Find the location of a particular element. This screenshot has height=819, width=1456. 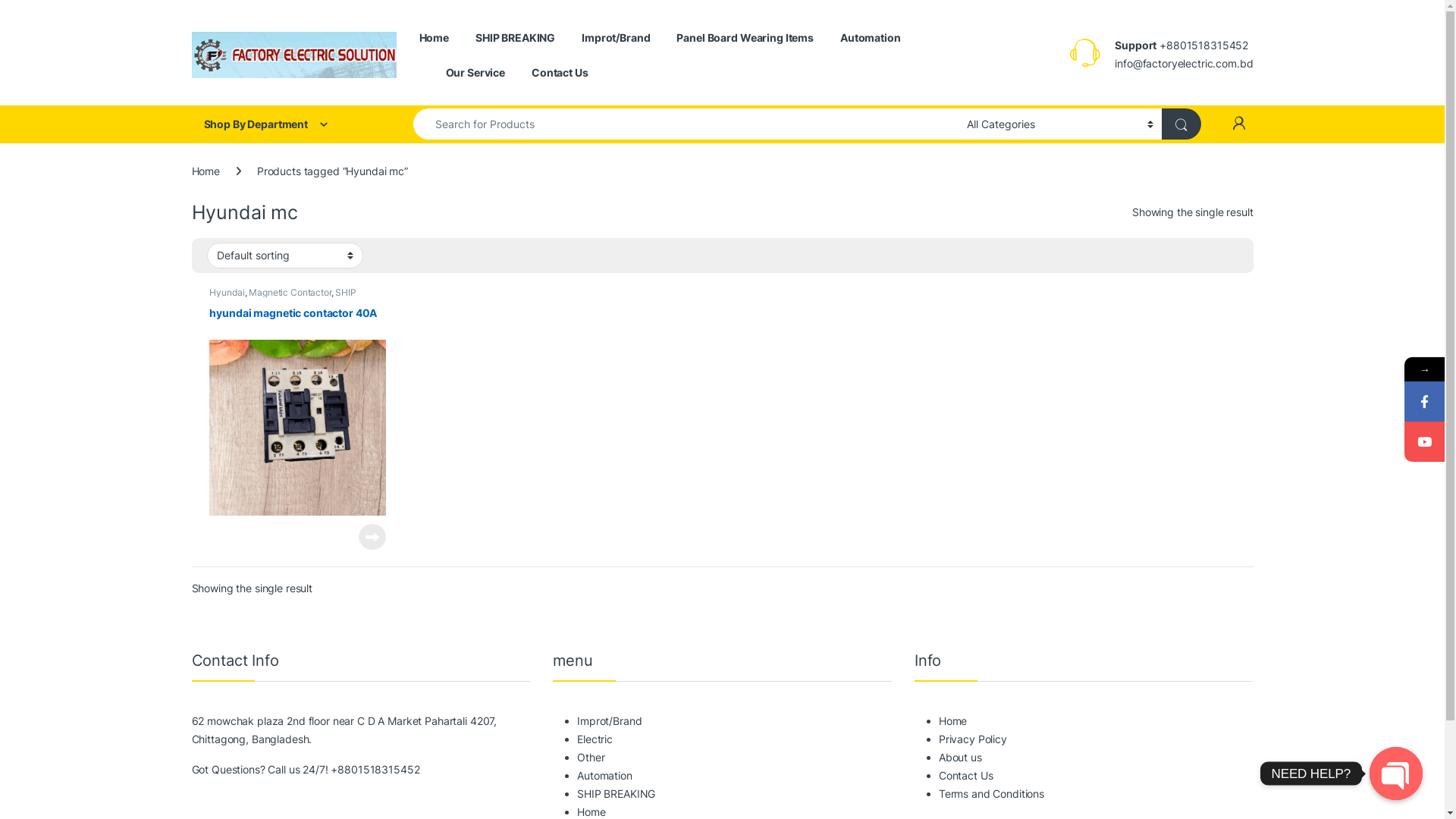

'YouTube' is located at coordinates (1423, 441).